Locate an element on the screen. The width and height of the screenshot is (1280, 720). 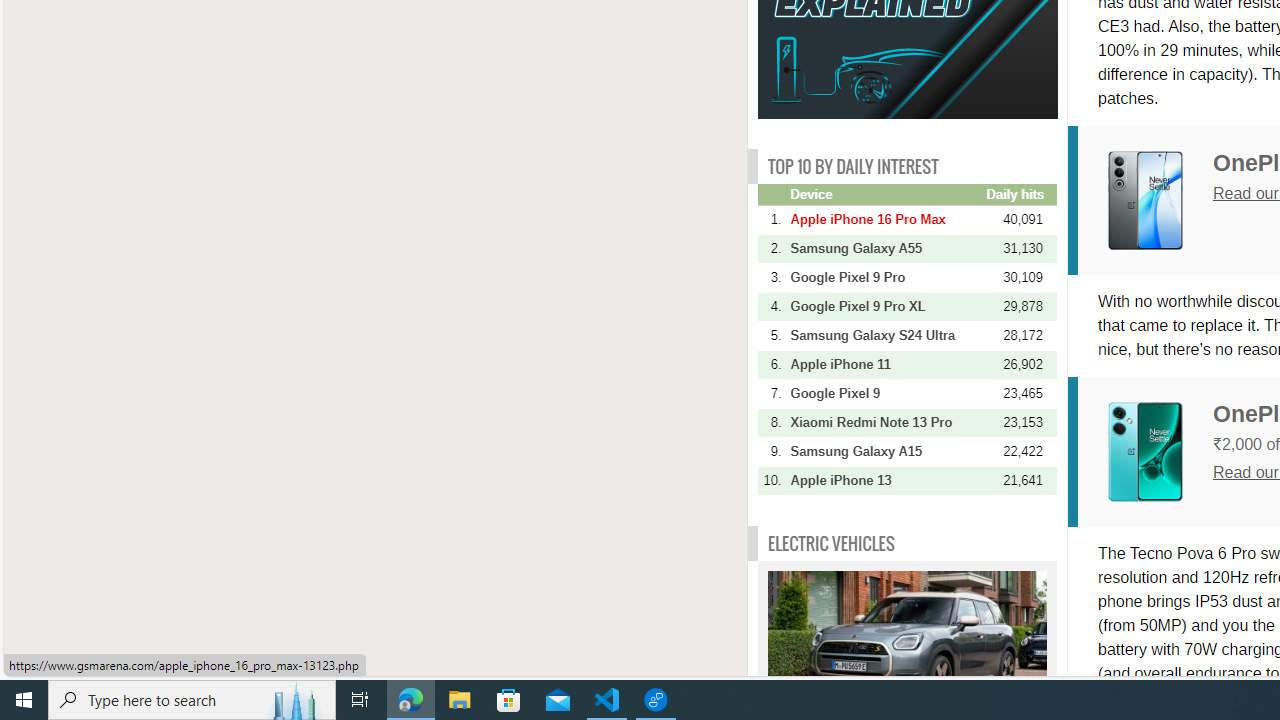
'Apple iPhone 16 Pro Max' is located at coordinates (885, 219).